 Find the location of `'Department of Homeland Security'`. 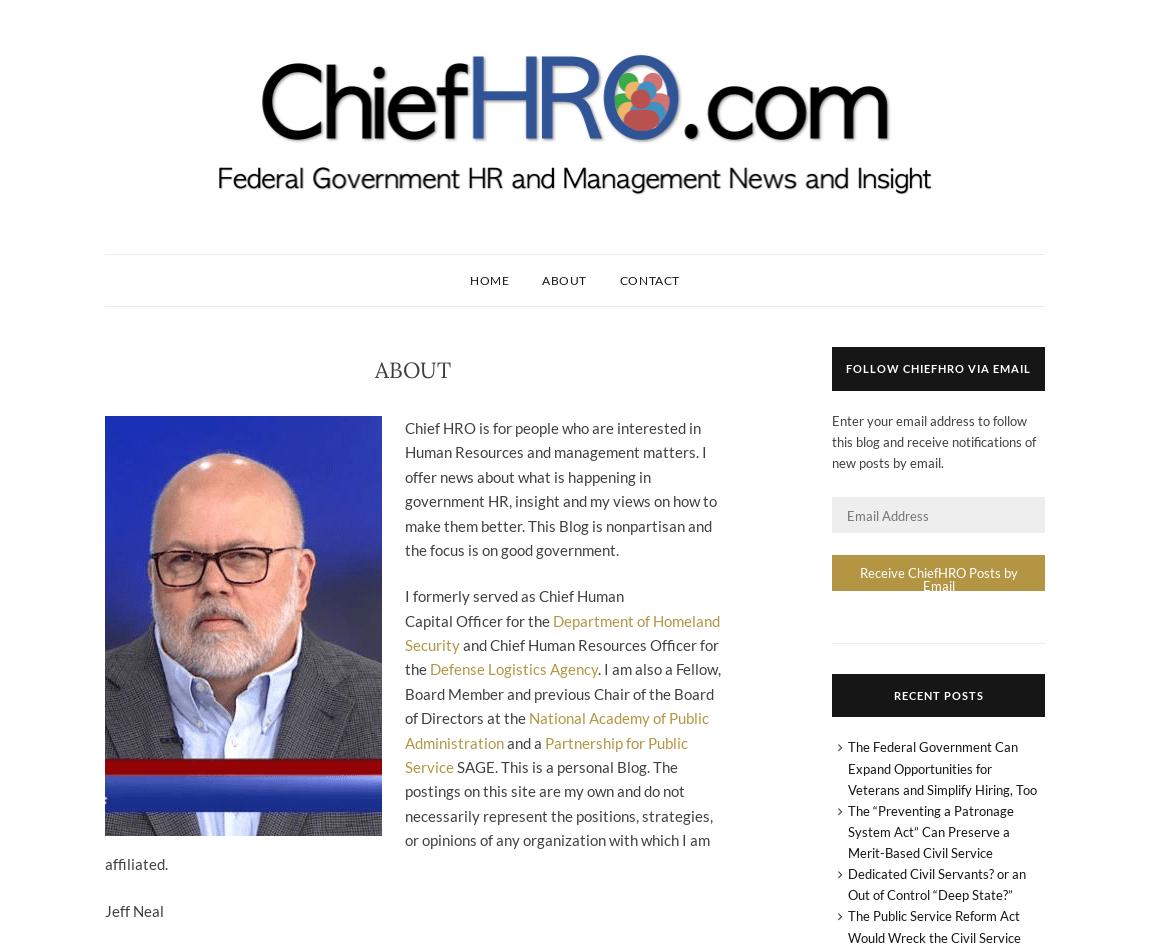

'Department of Homeland Security' is located at coordinates (561, 631).